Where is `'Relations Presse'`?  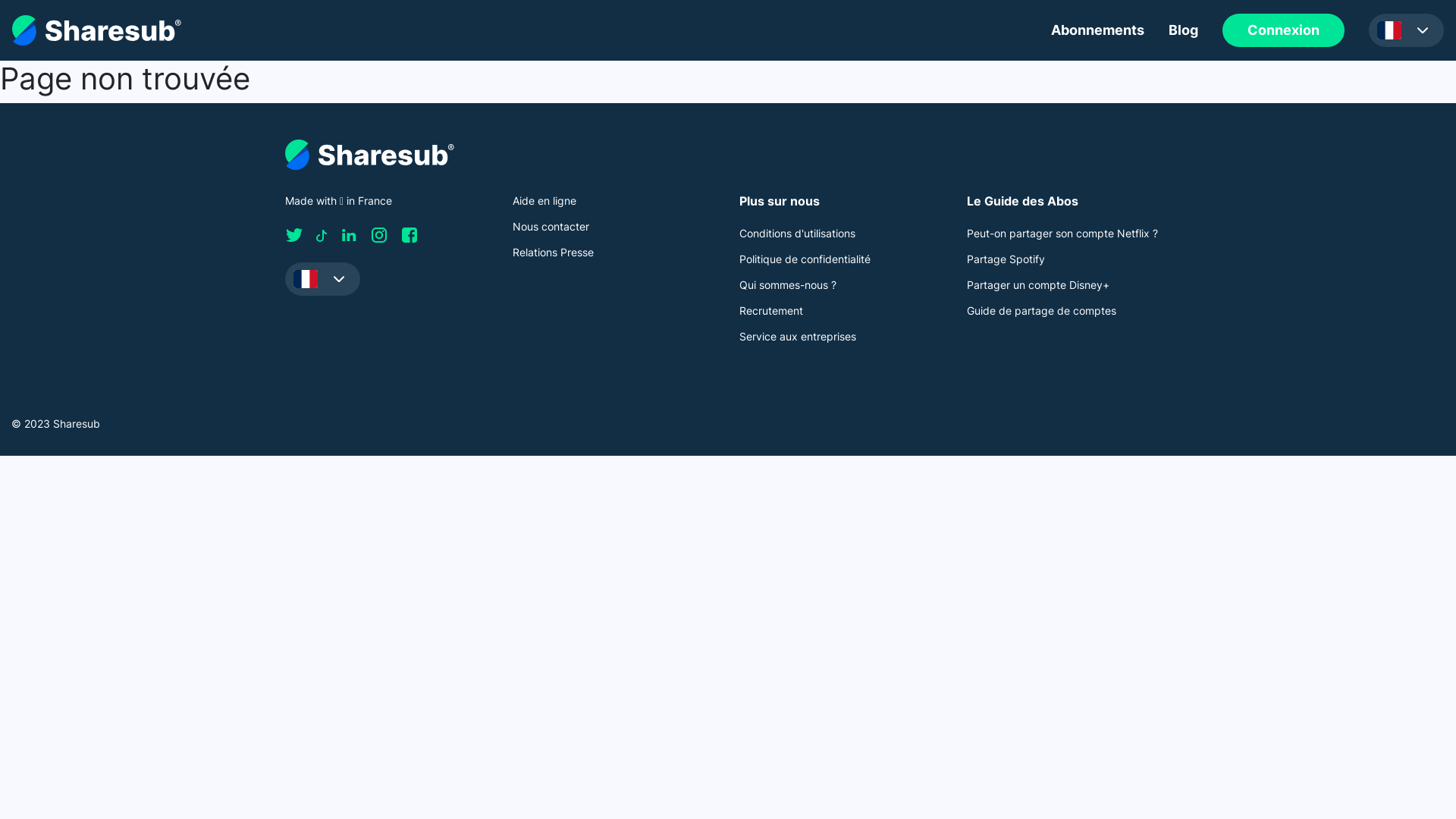
'Relations Presse' is located at coordinates (552, 251).